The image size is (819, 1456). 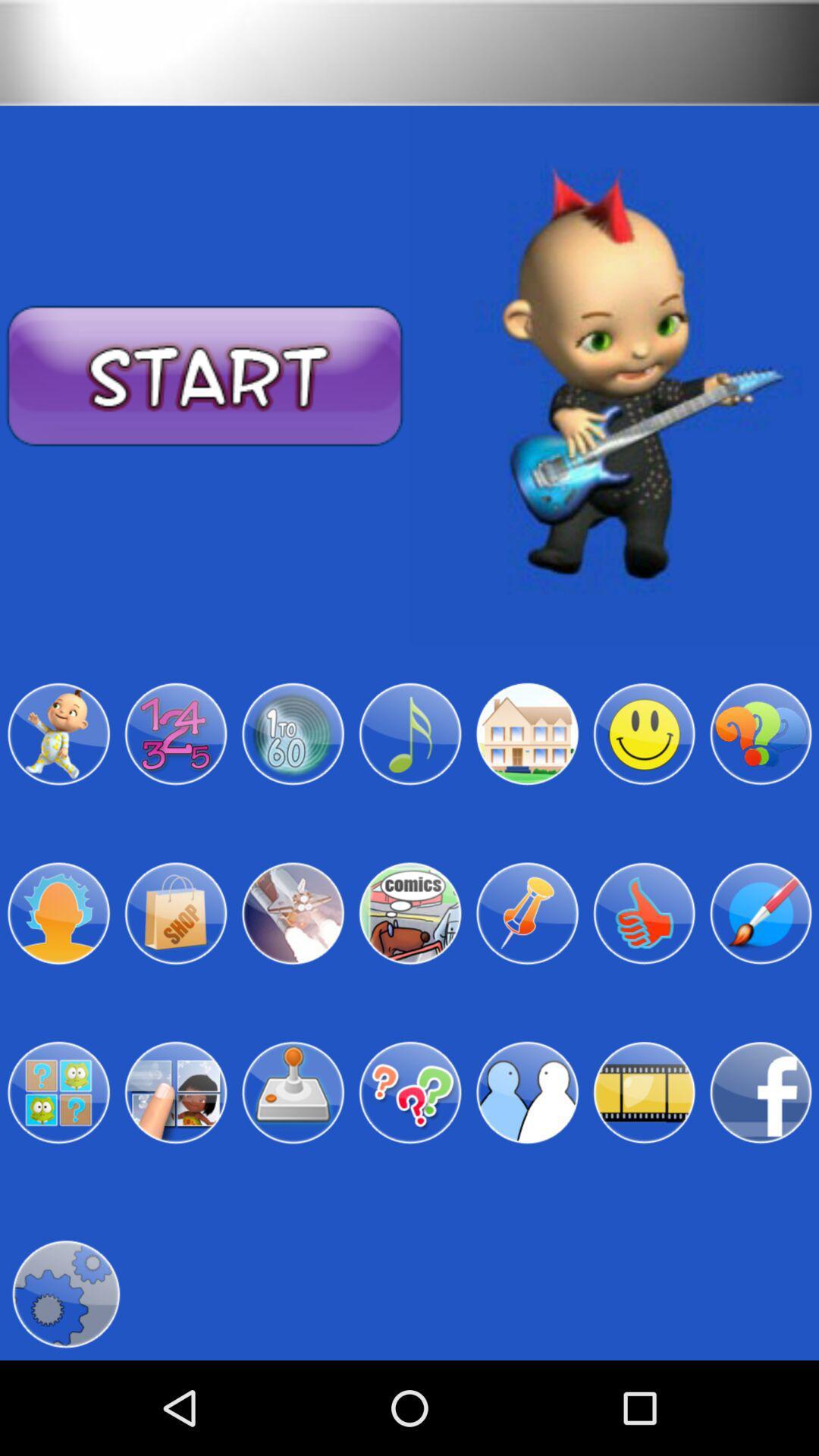 What do you see at coordinates (409, 912) in the screenshot?
I see `open the app` at bounding box center [409, 912].